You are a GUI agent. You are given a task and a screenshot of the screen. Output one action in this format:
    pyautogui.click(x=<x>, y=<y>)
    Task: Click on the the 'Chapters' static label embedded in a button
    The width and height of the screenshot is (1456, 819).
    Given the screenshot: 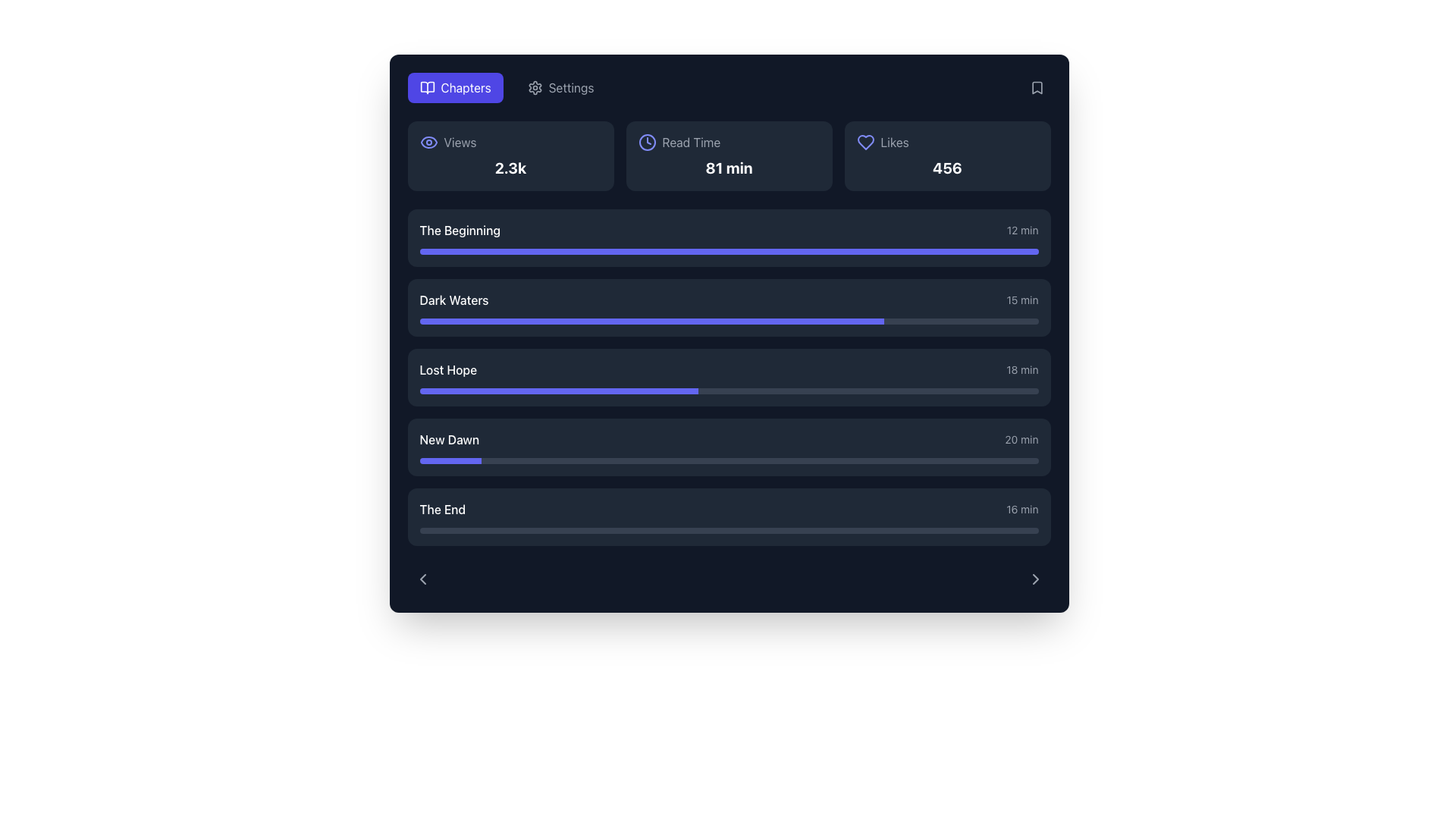 What is the action you would take?
    pyautogui.click(x=465, y=87)
    